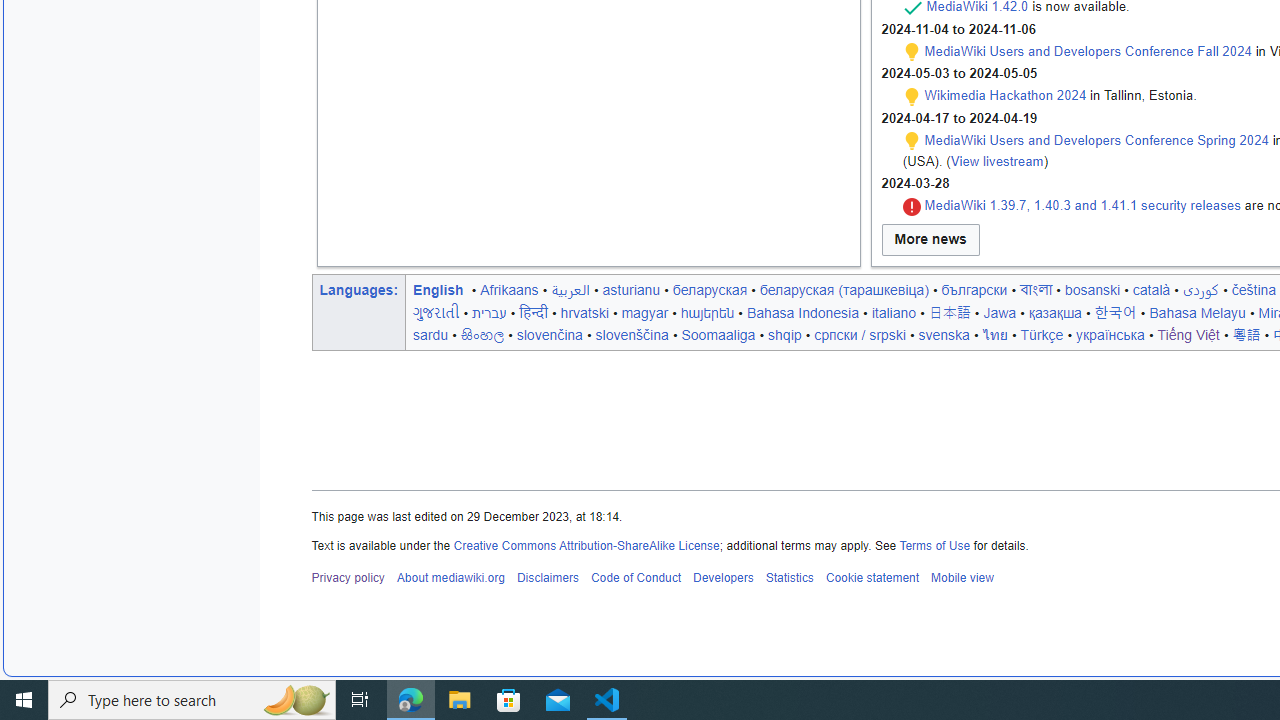 The height and width of the screenshot is (720, 1280). I want to click on 'Privacy policy', so click(348, 578).